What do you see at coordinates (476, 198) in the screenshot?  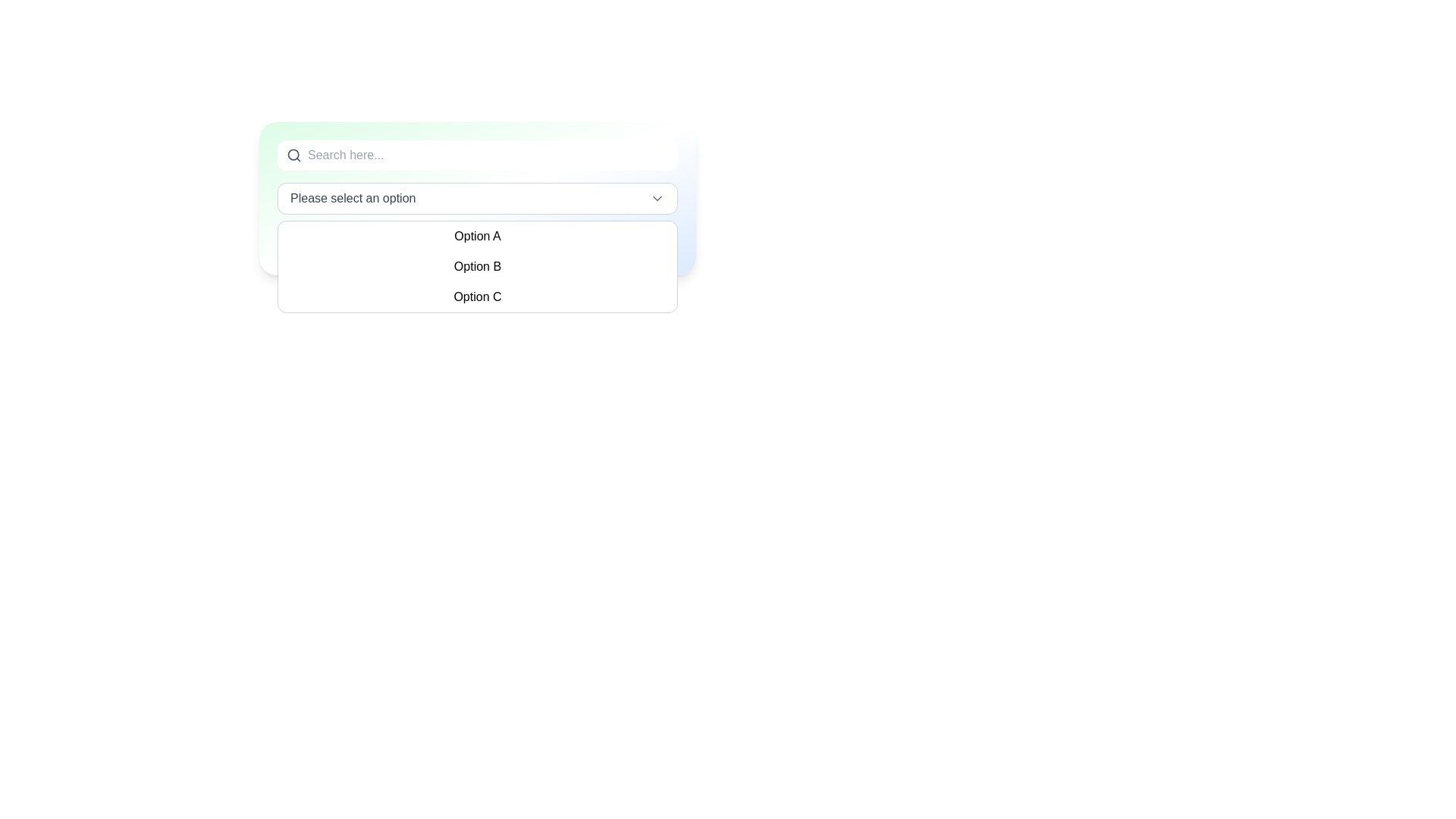 I see `the dropdown menu to make a selection from the available options (Option A, Option B, Option C)` at bounding box center [476, 198].